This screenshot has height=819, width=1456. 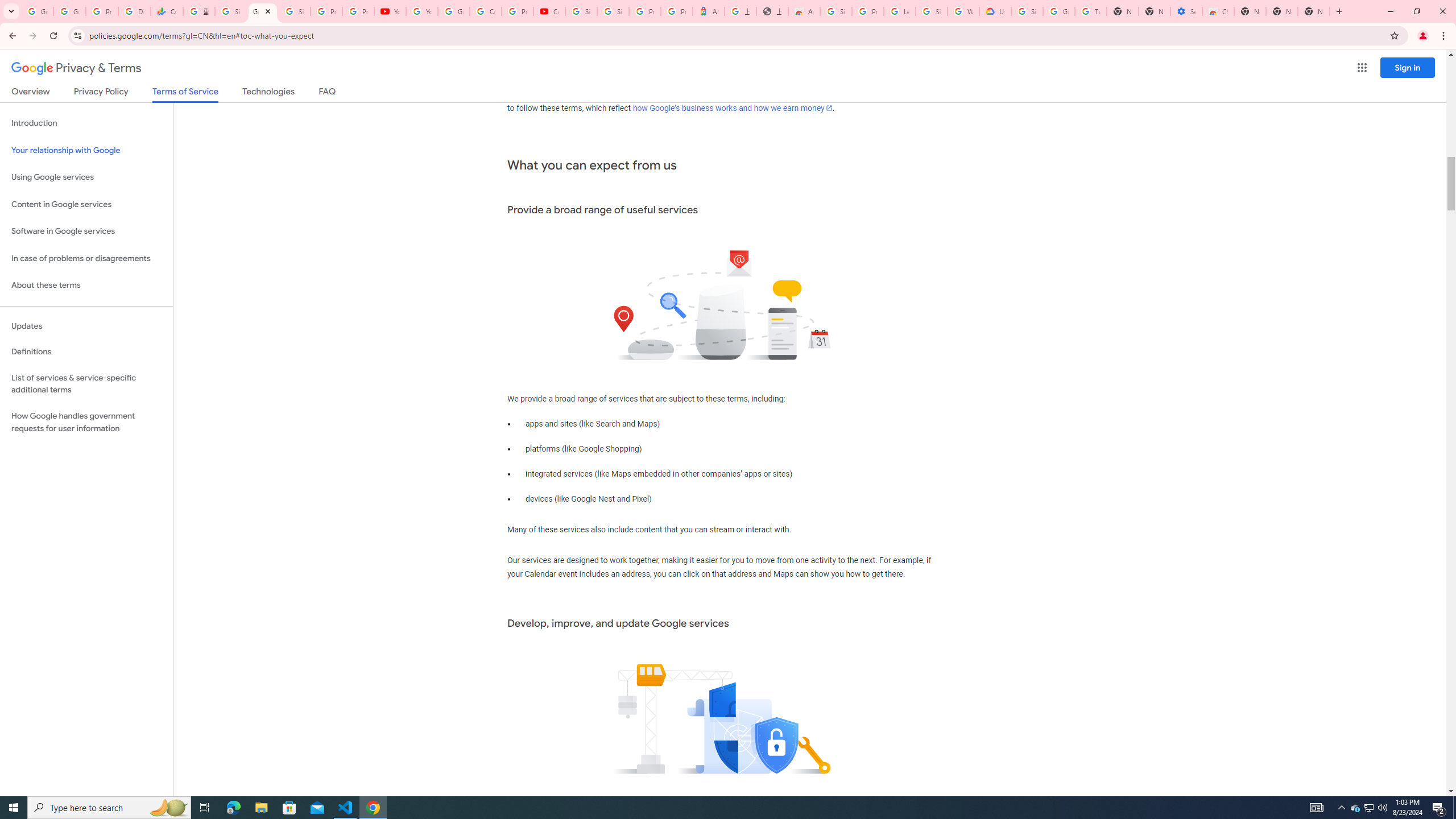 I want to click on 'Your relationship with Google', so click(x=86, y=150).